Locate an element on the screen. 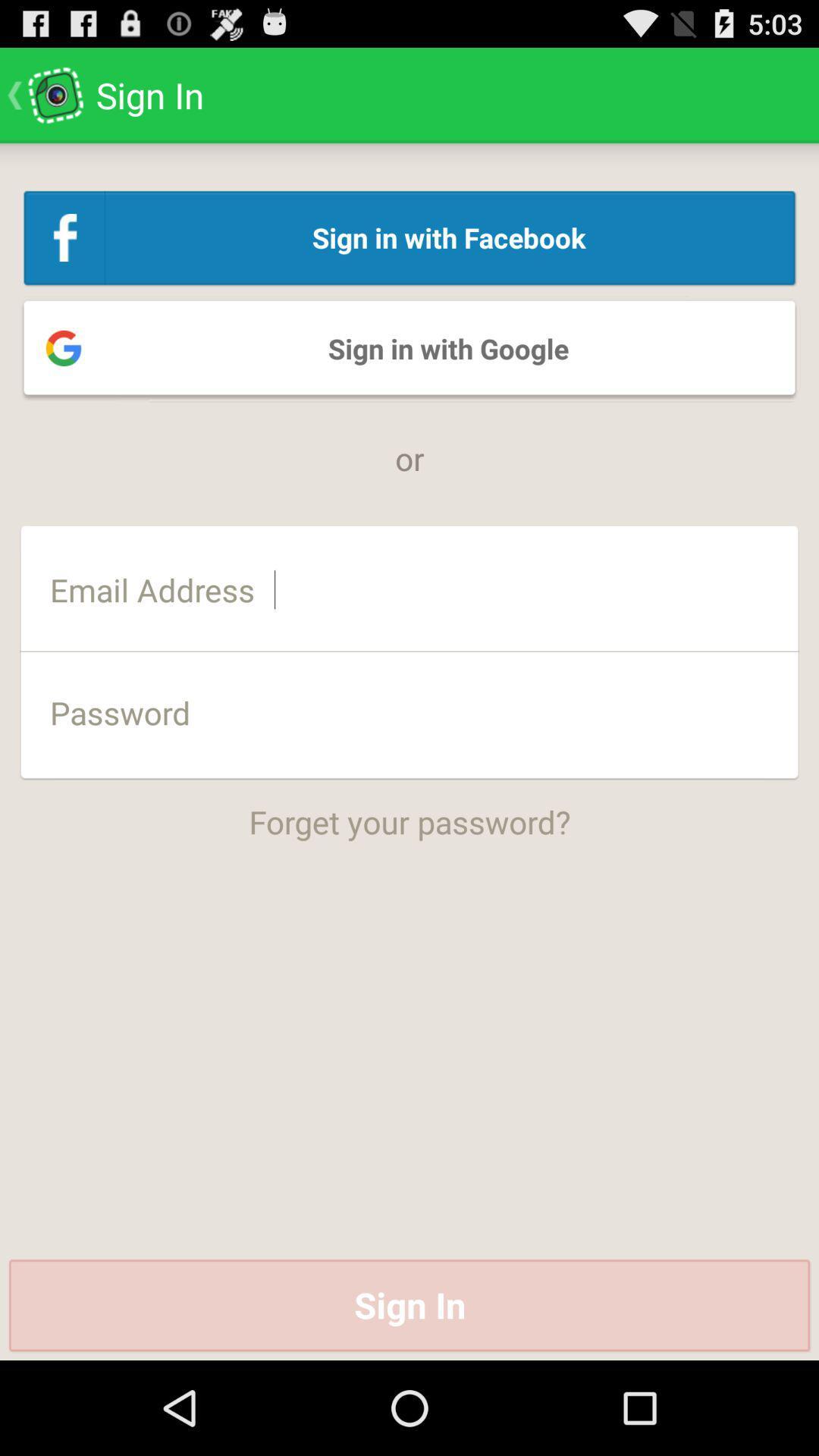 This screenshot has width=819, height=1456. app below the password app is located at coordinates (409, 811).